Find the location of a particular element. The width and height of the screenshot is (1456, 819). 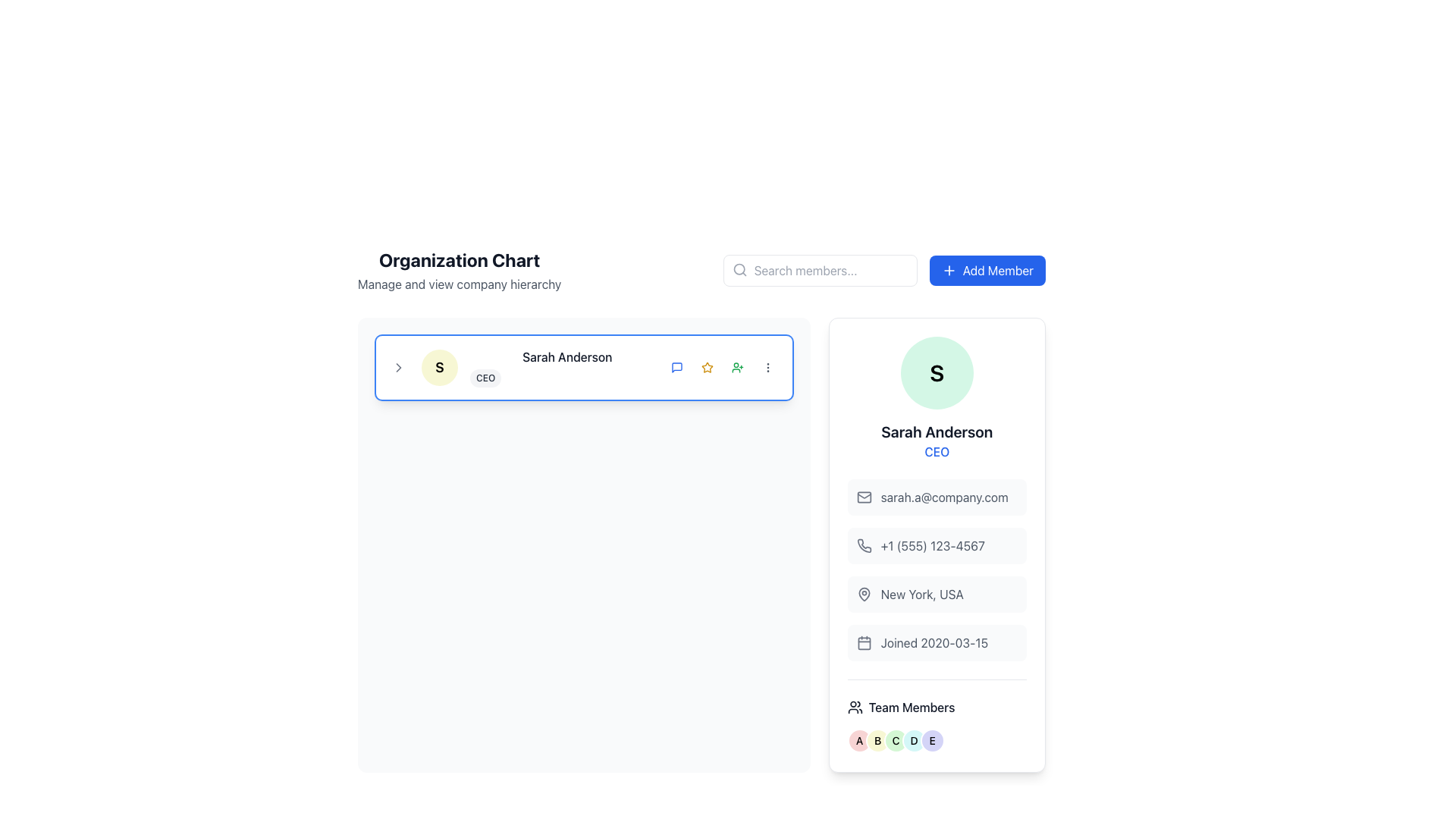

the pin icon located under the 'Location' field in the secondary information section on the right side of the interface is located at coordinates (864, 593).